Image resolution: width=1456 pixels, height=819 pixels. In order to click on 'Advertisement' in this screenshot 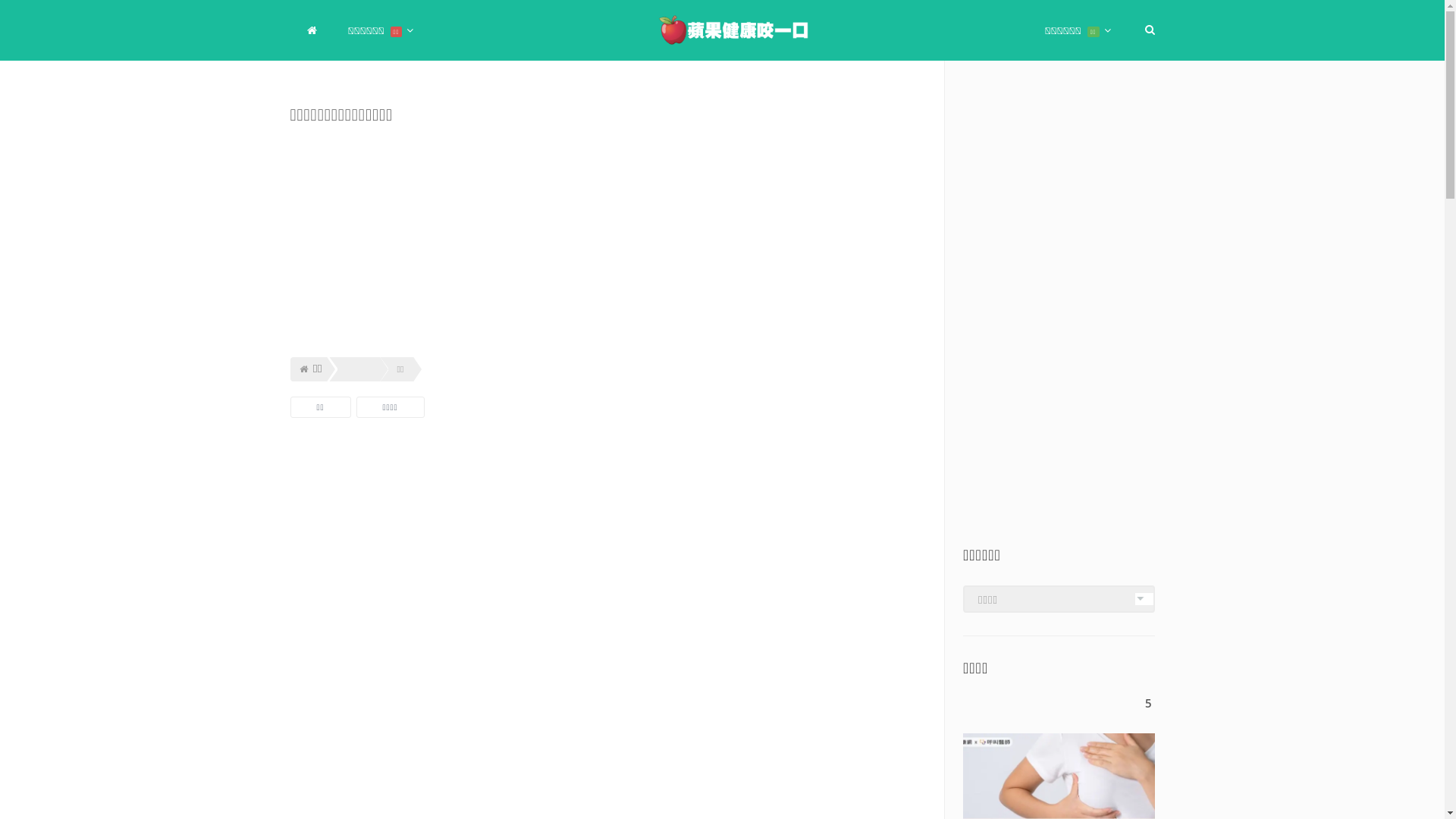, I will do `click(290, 529)`.